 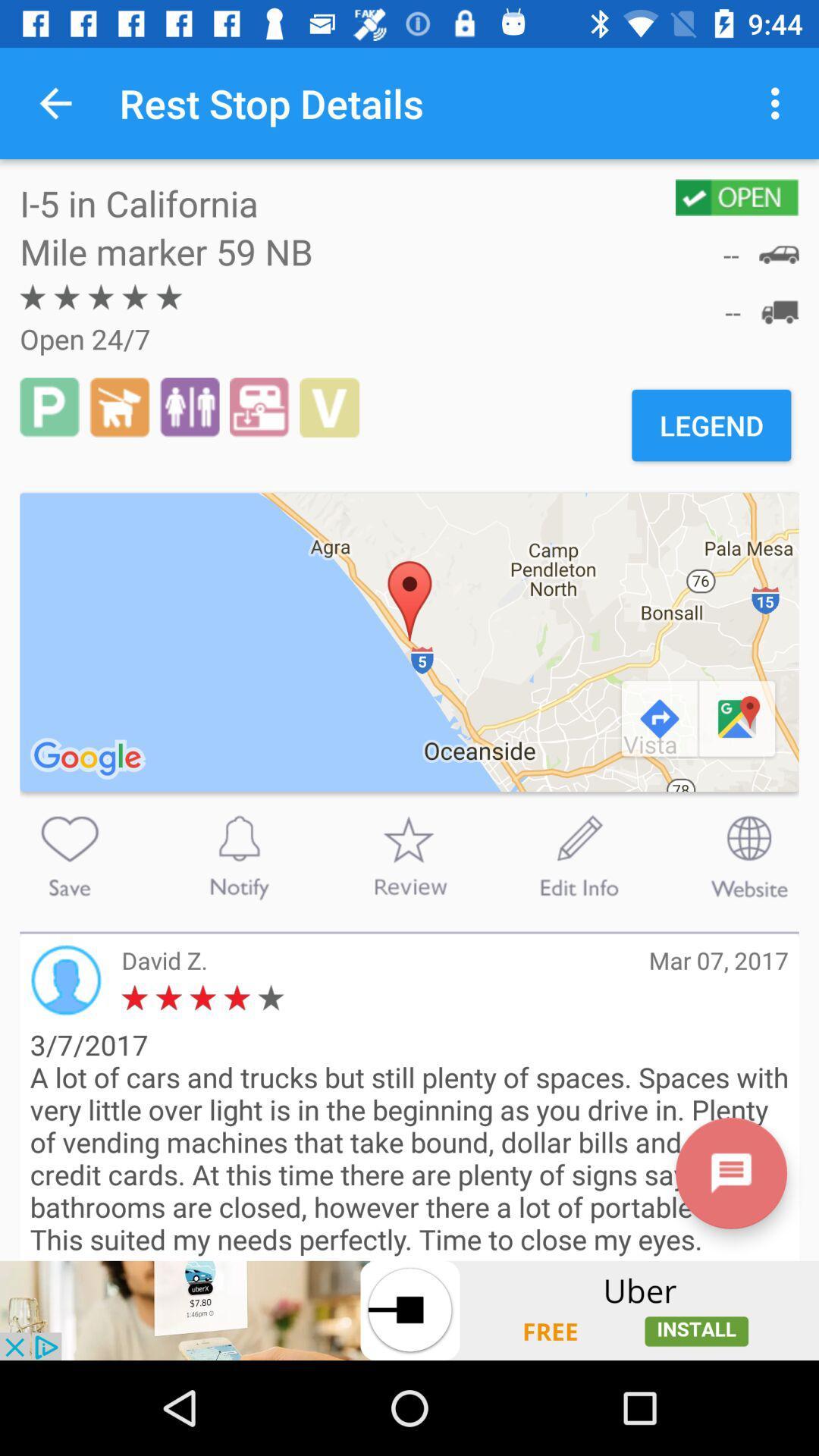 What do you see at coordinates (239, 856) in the screenshot?
I see `bell button` at bounding box center [239, 856].